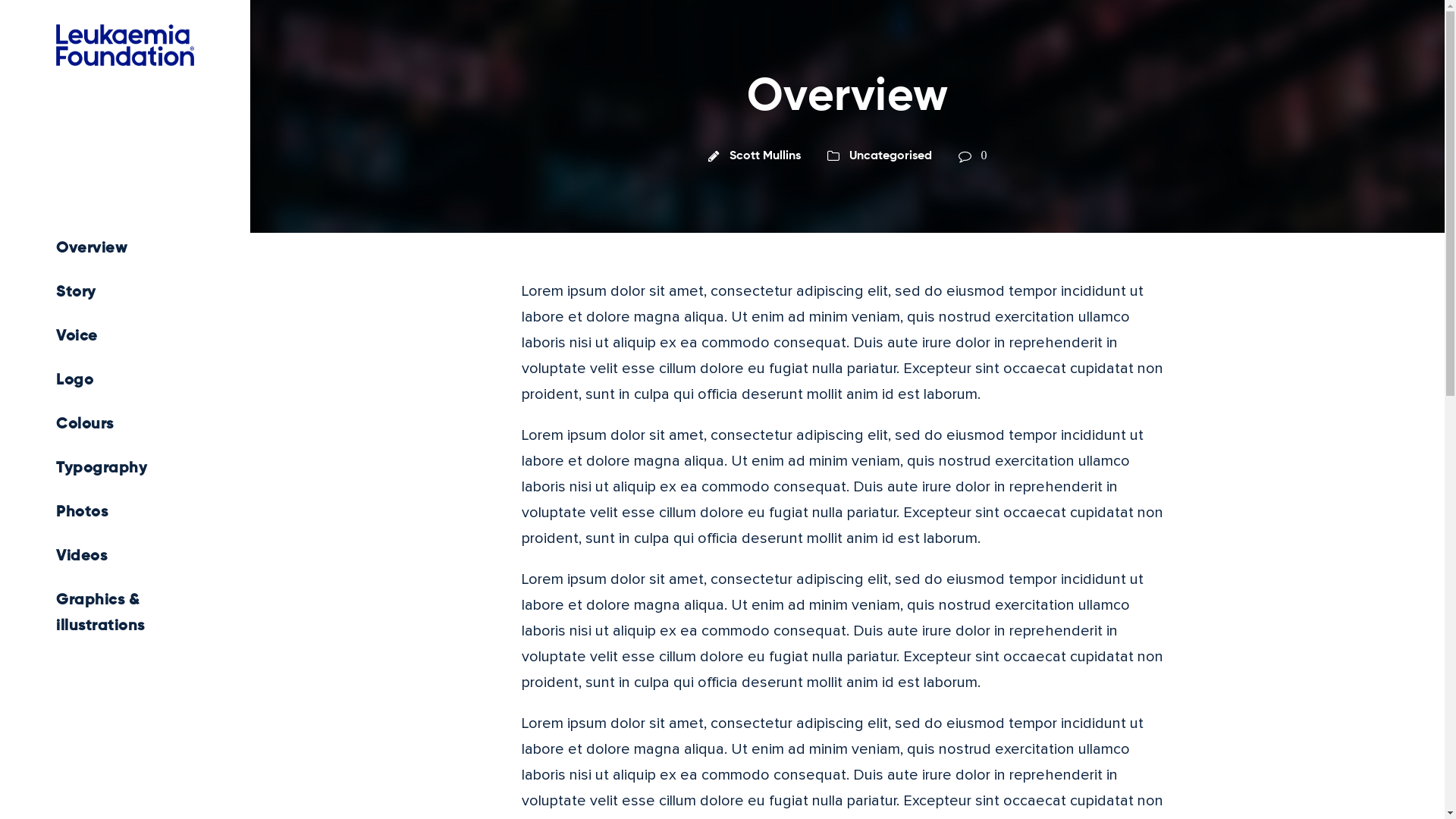  Describe the element at coordinates (124, 512) in the screenshot. I see `'Photos'` at that location.